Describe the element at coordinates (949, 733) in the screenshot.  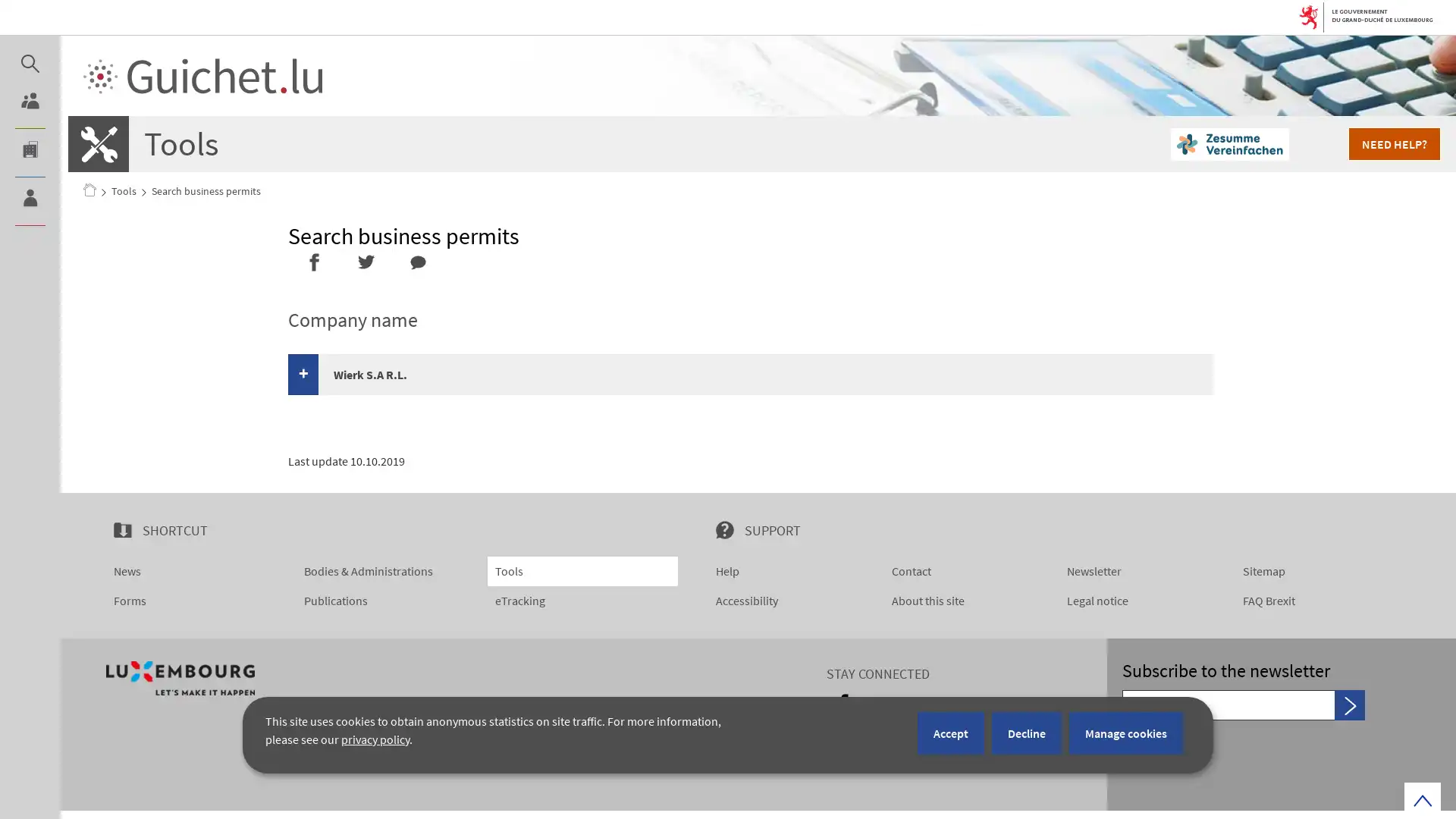
I see `Accept` at that location.